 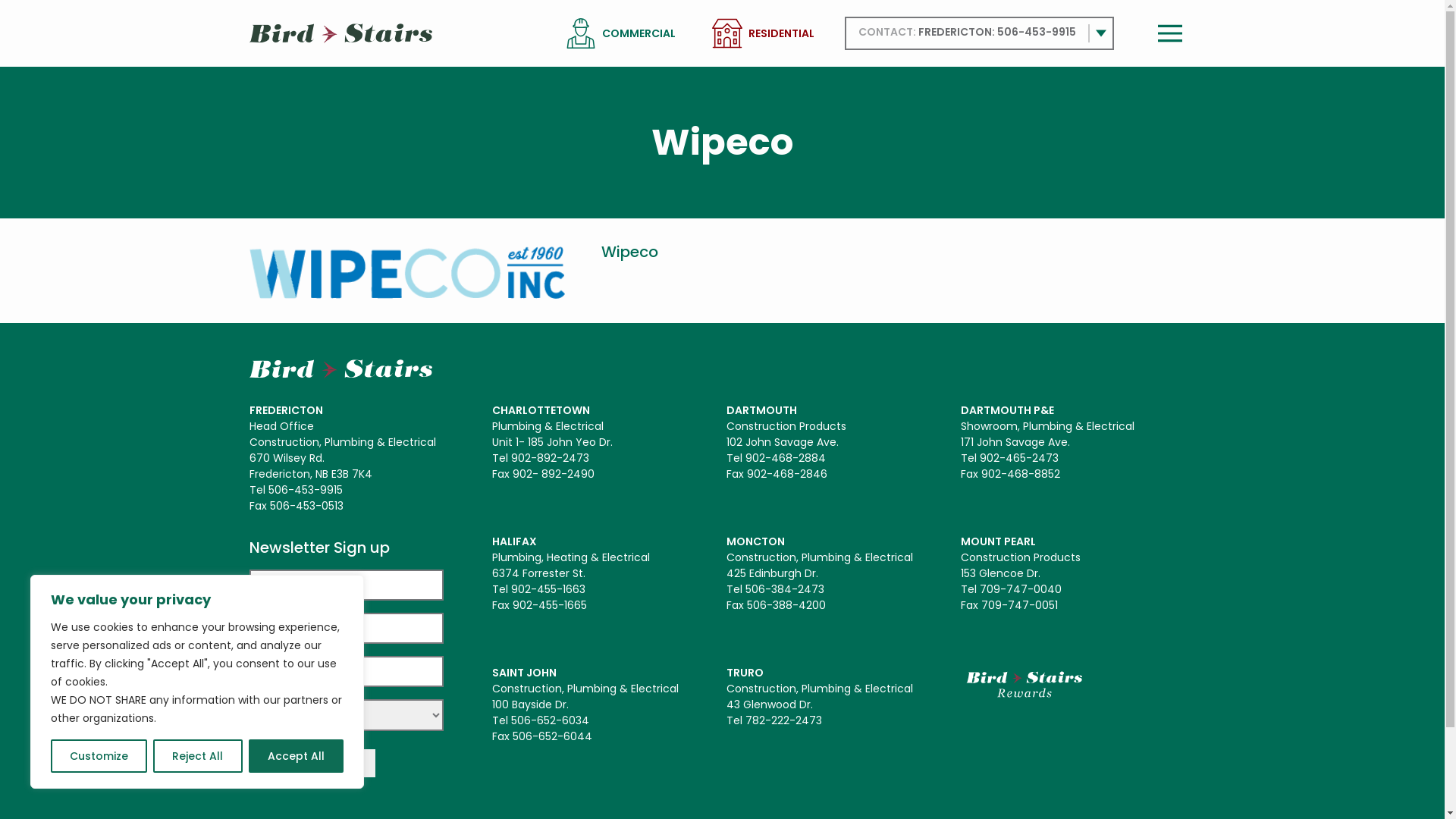 I want to click on 'Customize', so click(x=98, y=755).